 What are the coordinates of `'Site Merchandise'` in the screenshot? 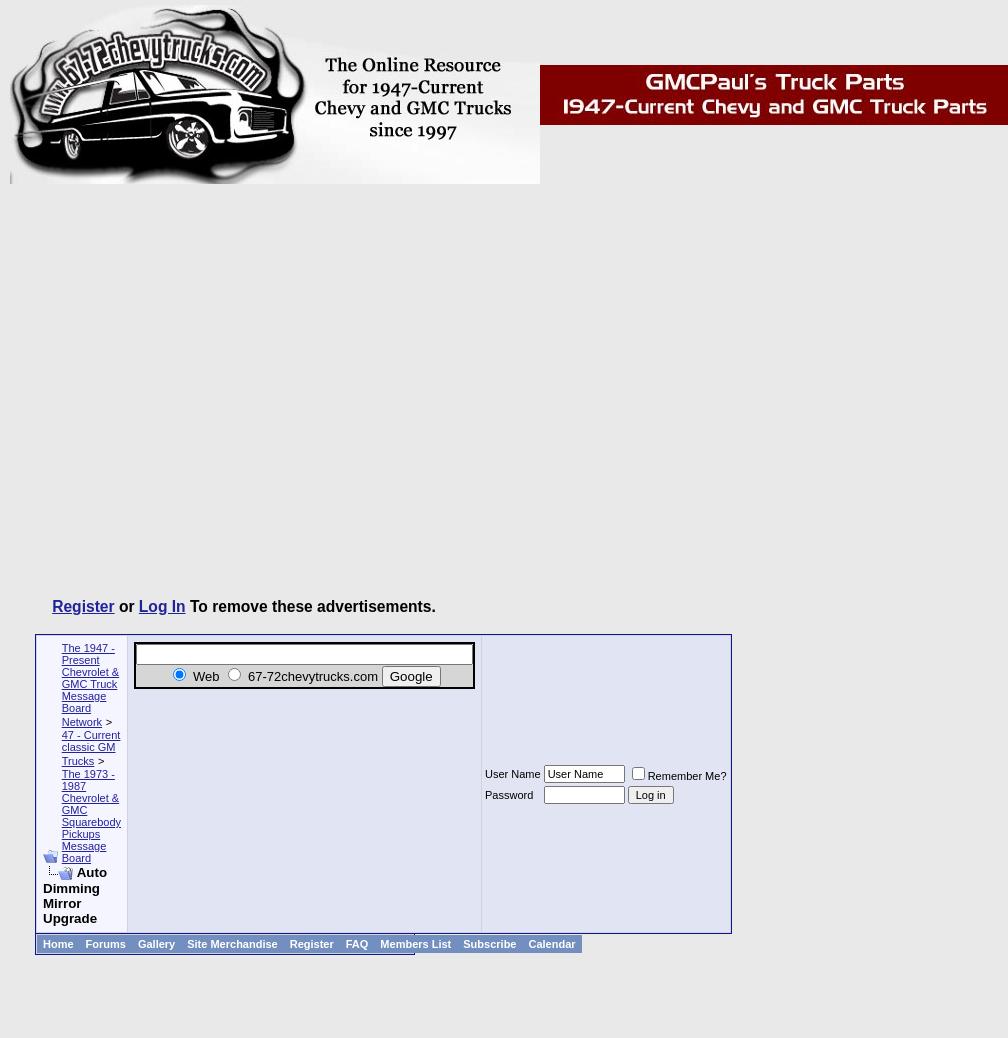 It's located at (232, 943).